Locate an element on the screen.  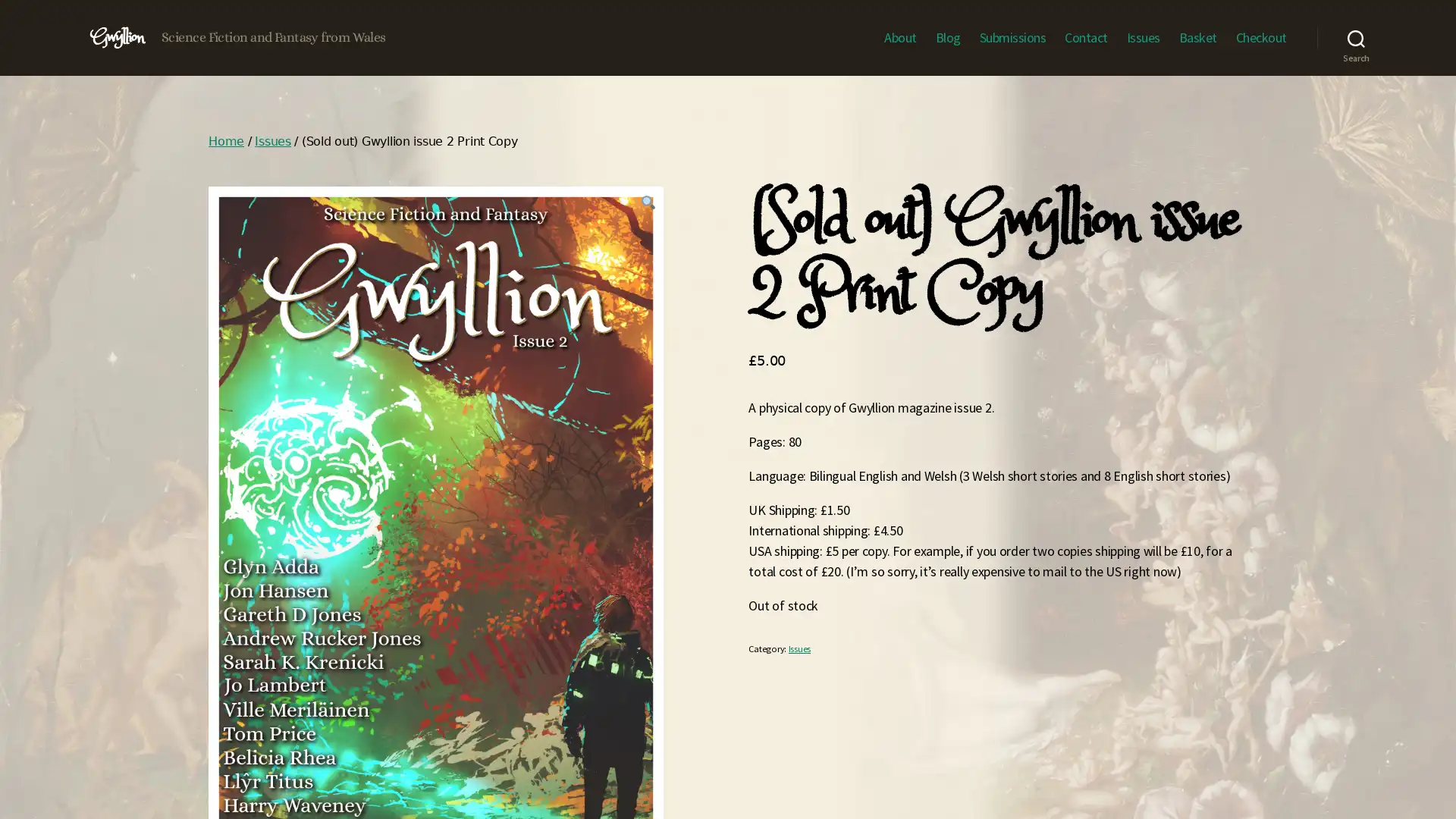
Search is located at coordinates (1356, 37).